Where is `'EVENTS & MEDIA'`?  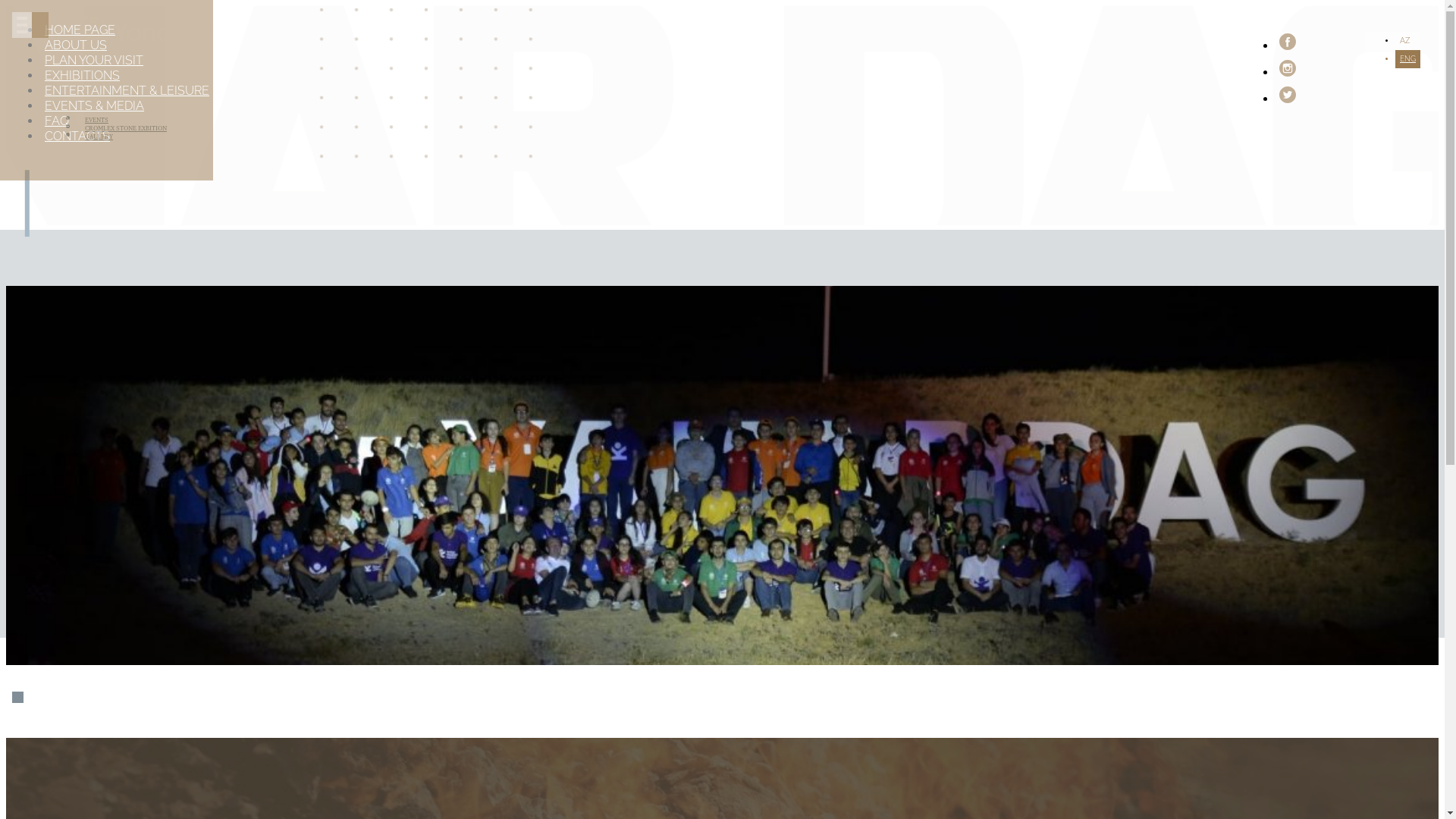
'EVENTS & MEDIA' is located at coordinates (93, 105).